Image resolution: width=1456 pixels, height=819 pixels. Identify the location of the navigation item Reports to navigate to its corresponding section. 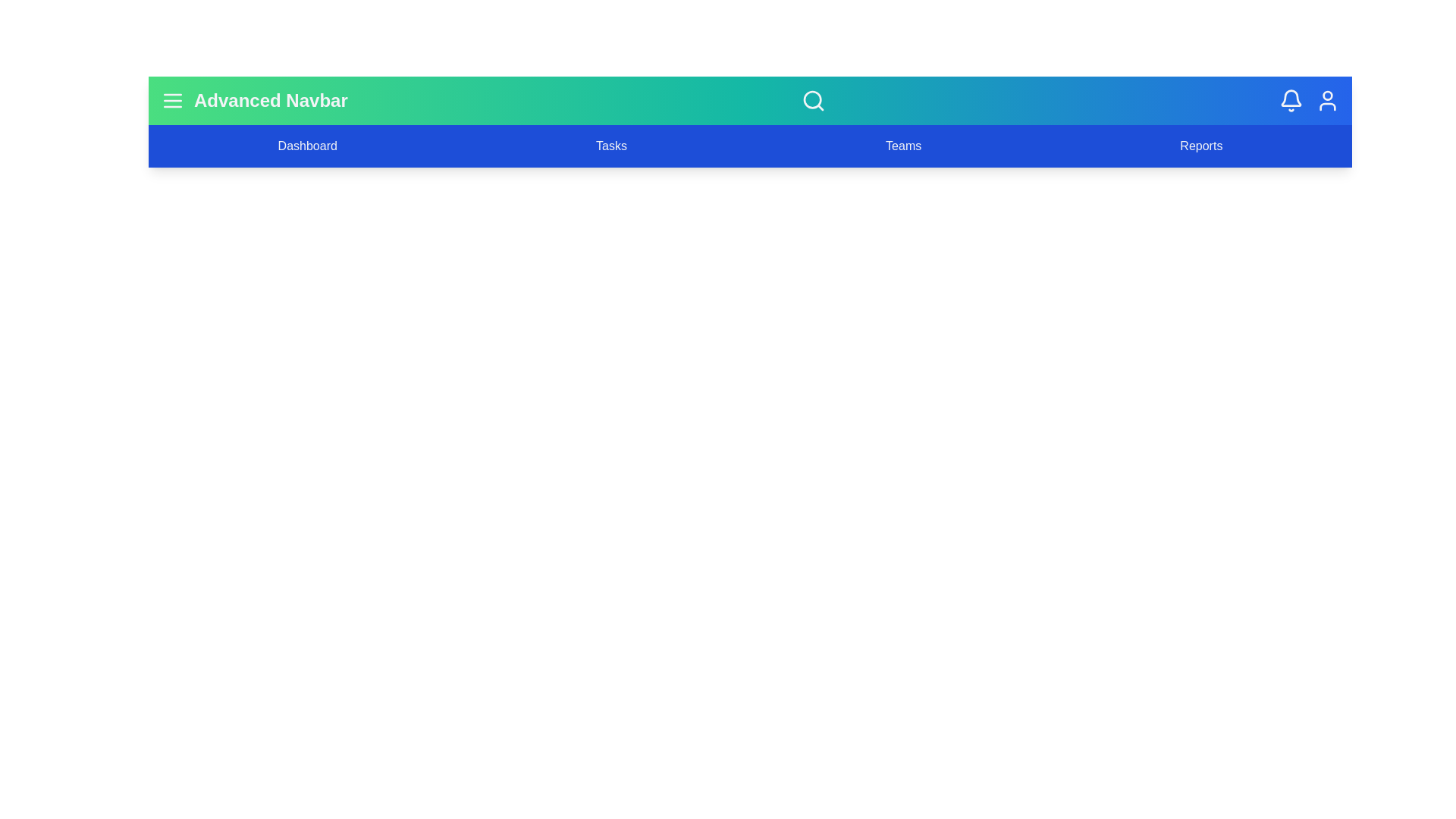
(1200, 146).